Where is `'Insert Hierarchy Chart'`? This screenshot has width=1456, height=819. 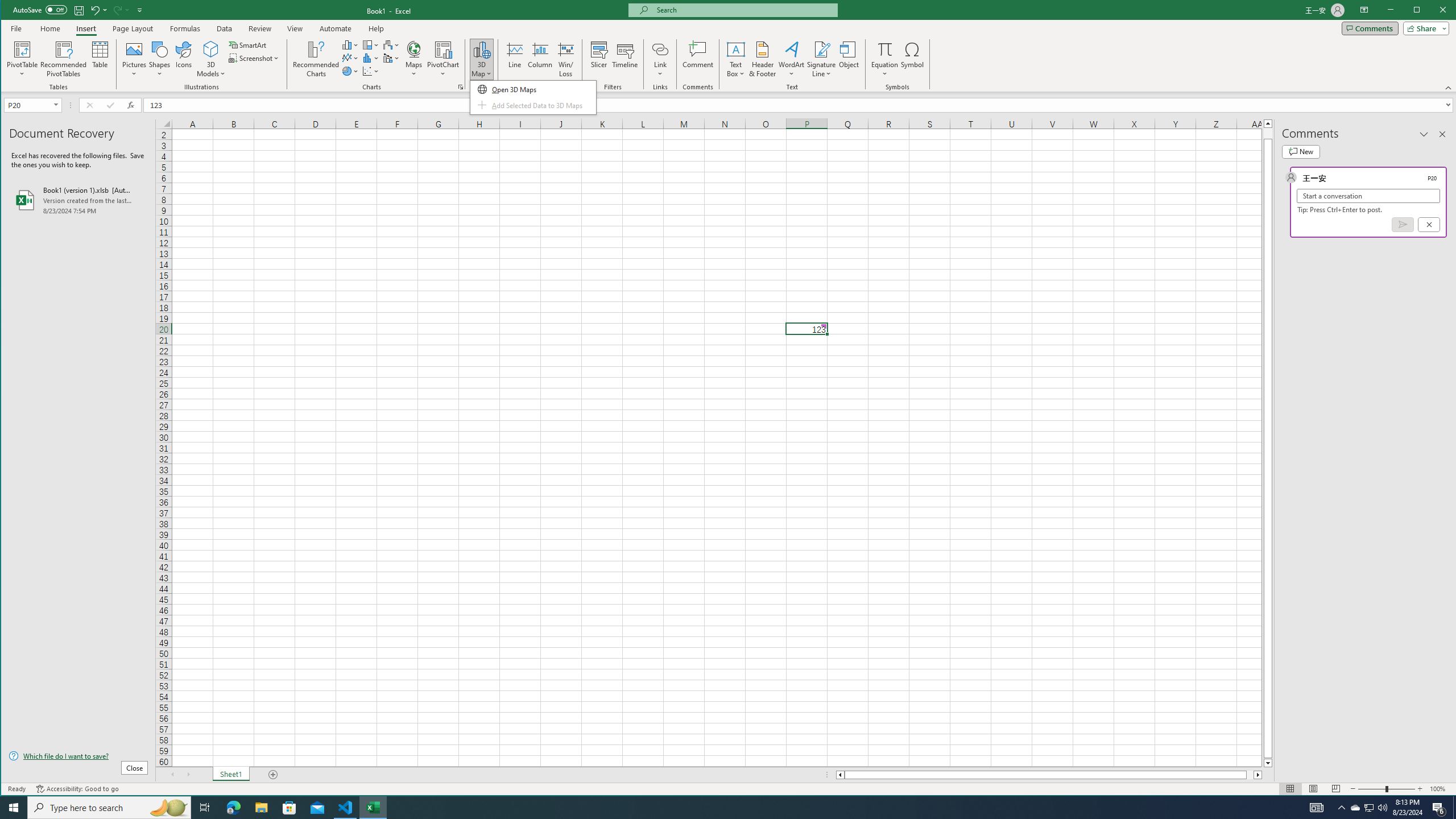 'Insert Hierarchy Chart' is located at coordinates (371, 44).